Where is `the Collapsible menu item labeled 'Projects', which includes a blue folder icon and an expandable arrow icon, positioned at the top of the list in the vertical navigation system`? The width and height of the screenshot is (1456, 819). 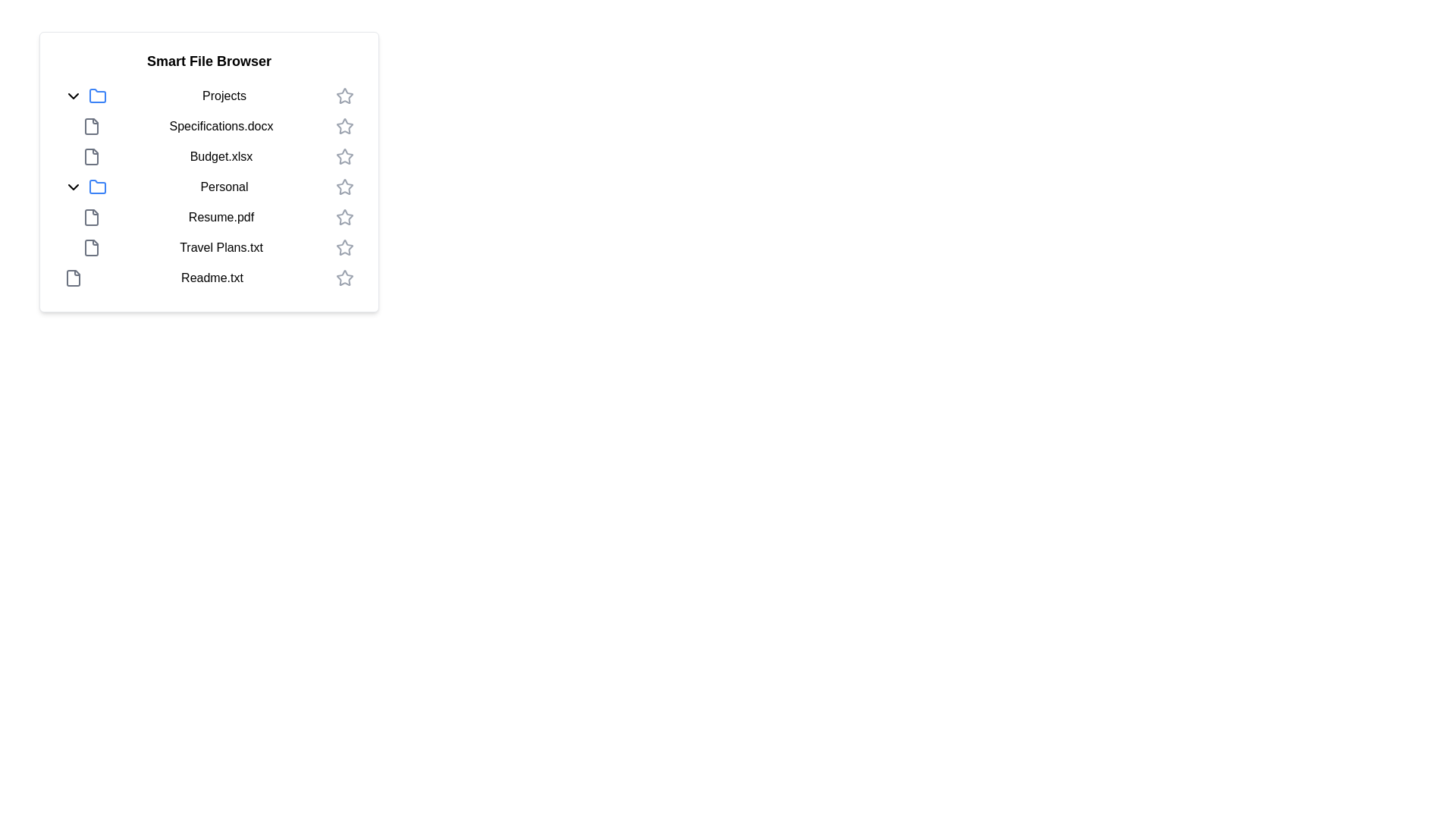
the Collapsible menu item labeled 'Projects', which includes a blue folder icon and an expandable arrow icon, positioned at the top of the list in the vertical navigation system is located at coordinates (208, 96).